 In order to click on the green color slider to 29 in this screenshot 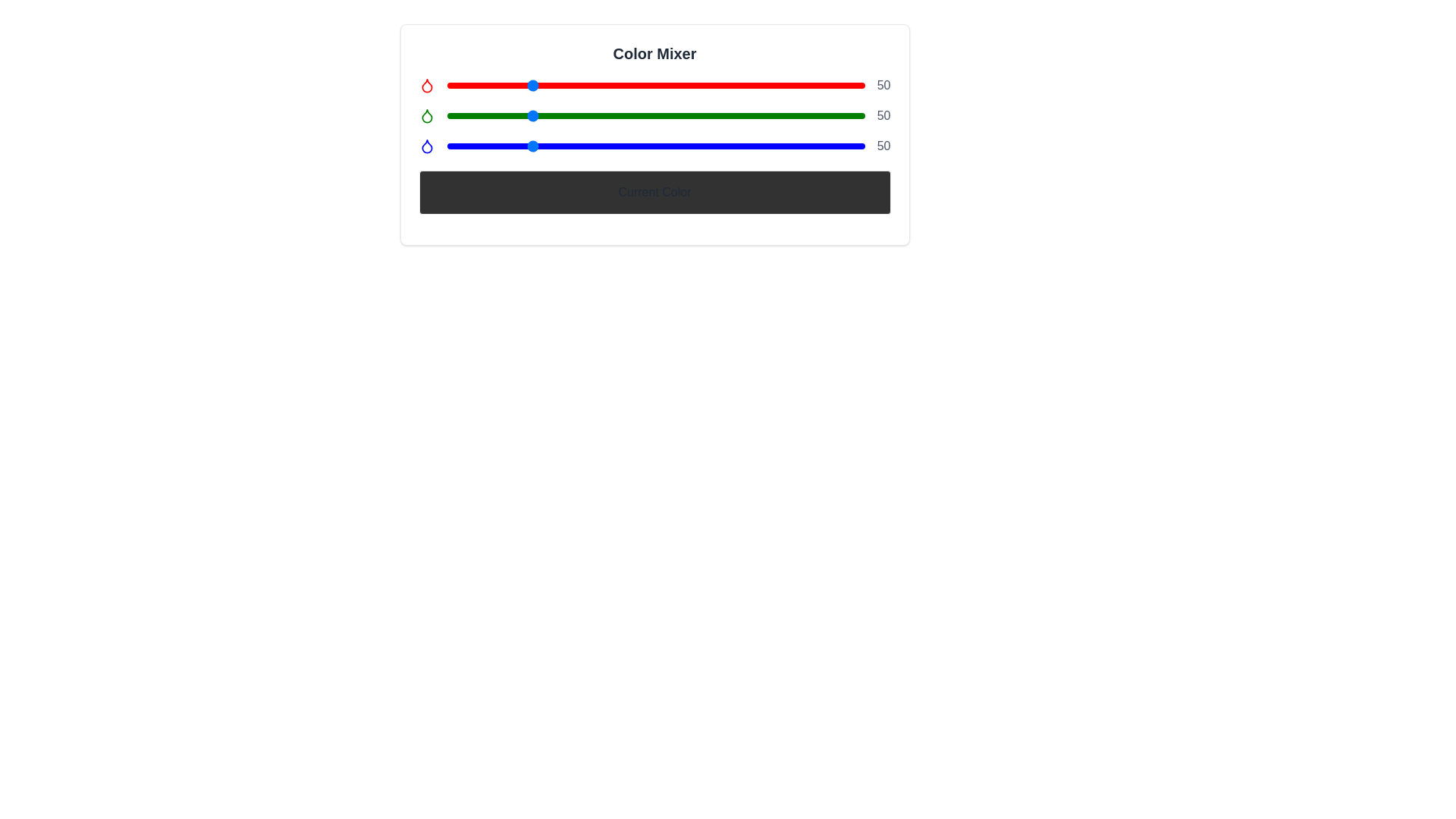, I will do `click(494, 115)`.